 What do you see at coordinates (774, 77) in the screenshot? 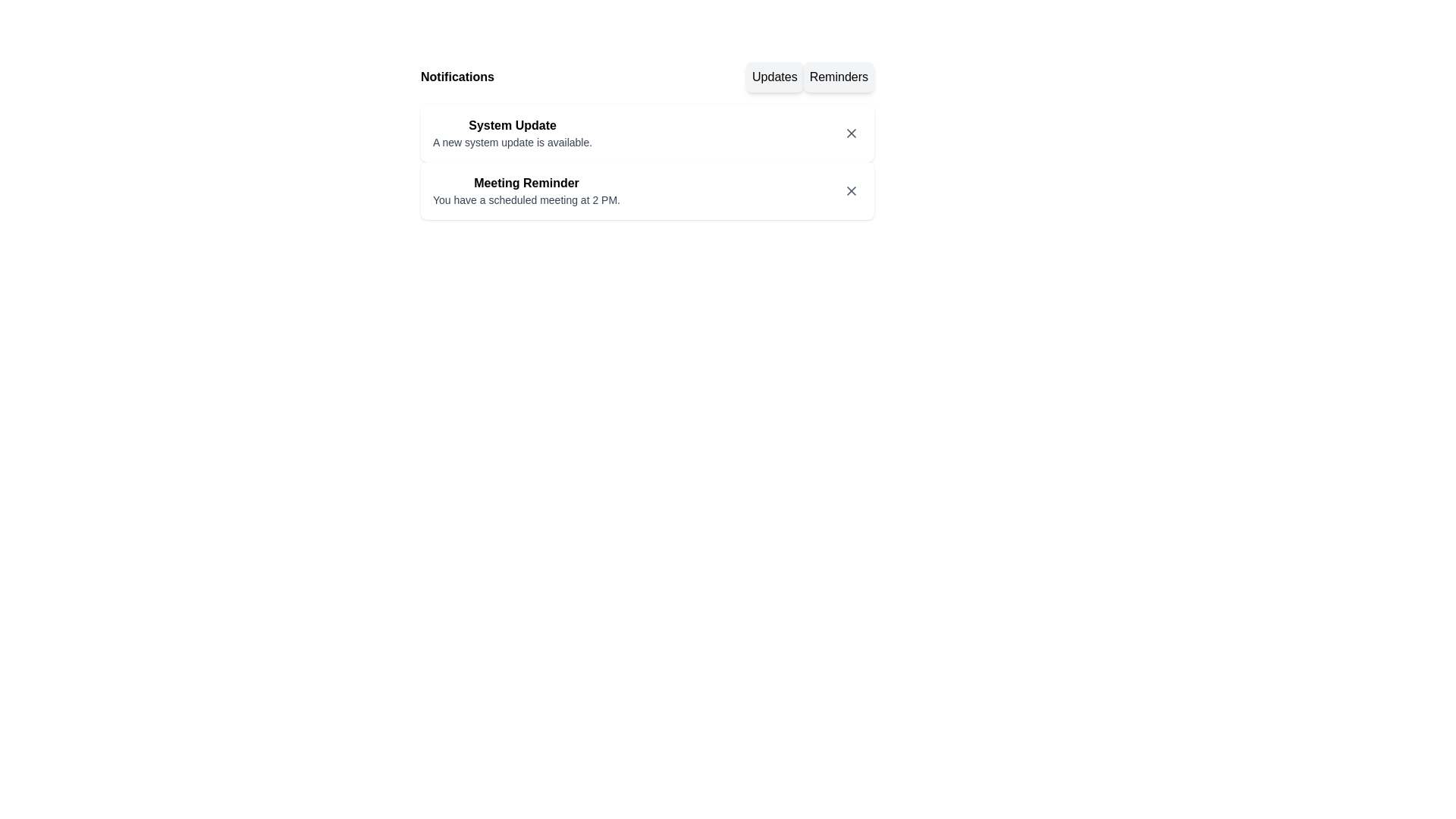
I see `the button labeled Updates to filter notifications by the selected category` at bounding box center [774, 77].